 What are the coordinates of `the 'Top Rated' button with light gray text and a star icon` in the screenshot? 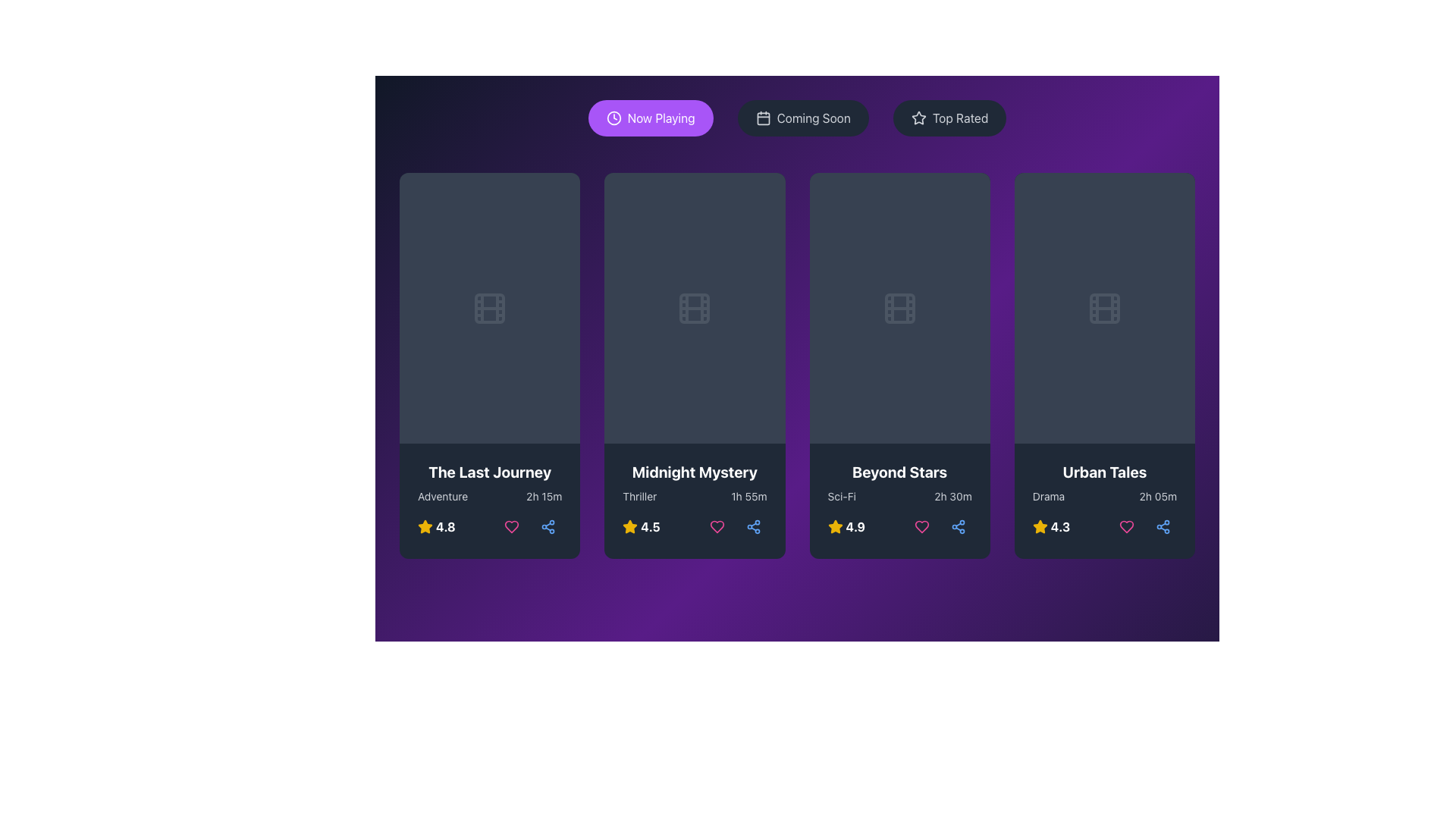 It's located at (949, 117).